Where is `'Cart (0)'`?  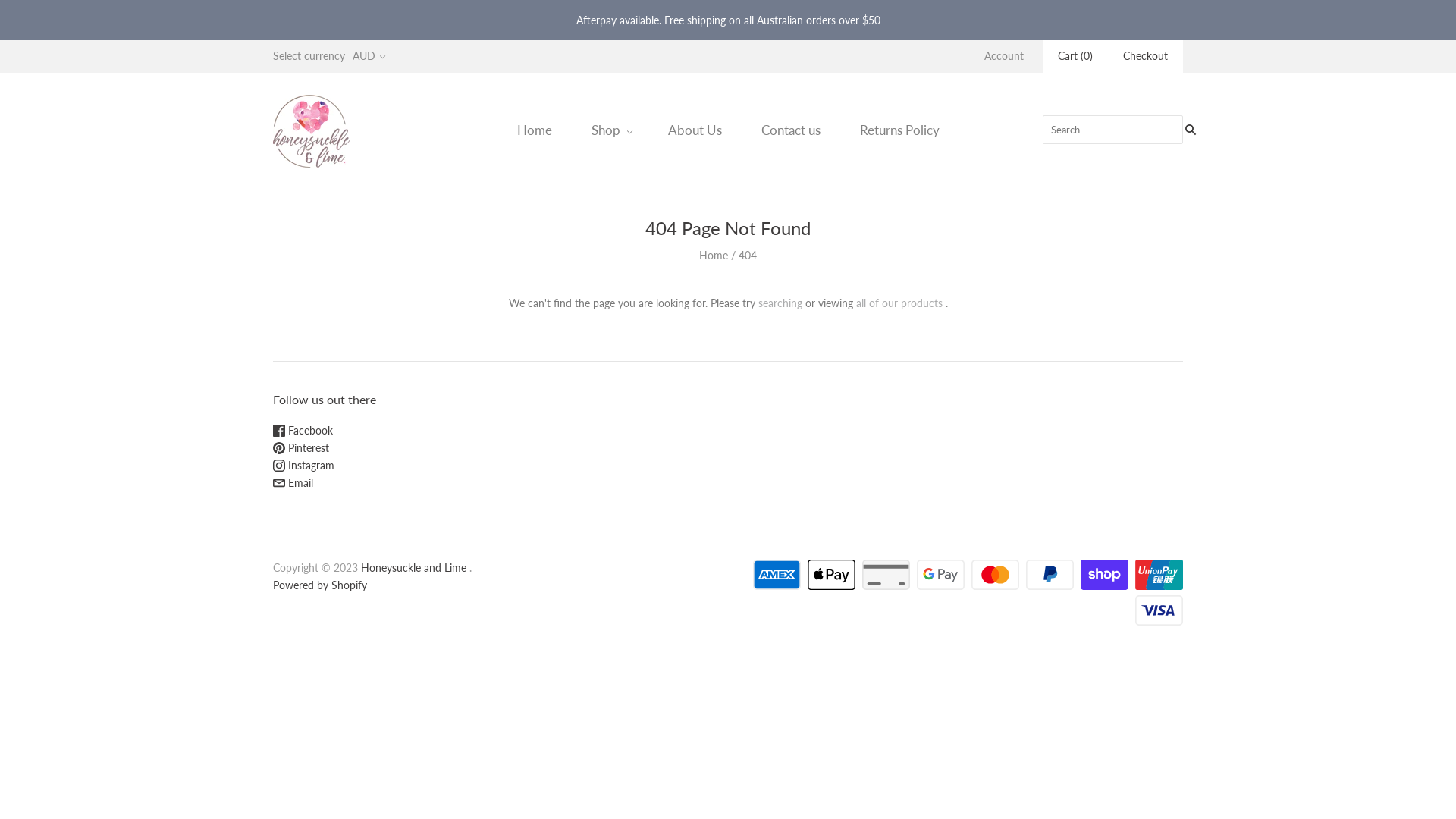
'Cart (0)' is located at coordinates (1057, 55).